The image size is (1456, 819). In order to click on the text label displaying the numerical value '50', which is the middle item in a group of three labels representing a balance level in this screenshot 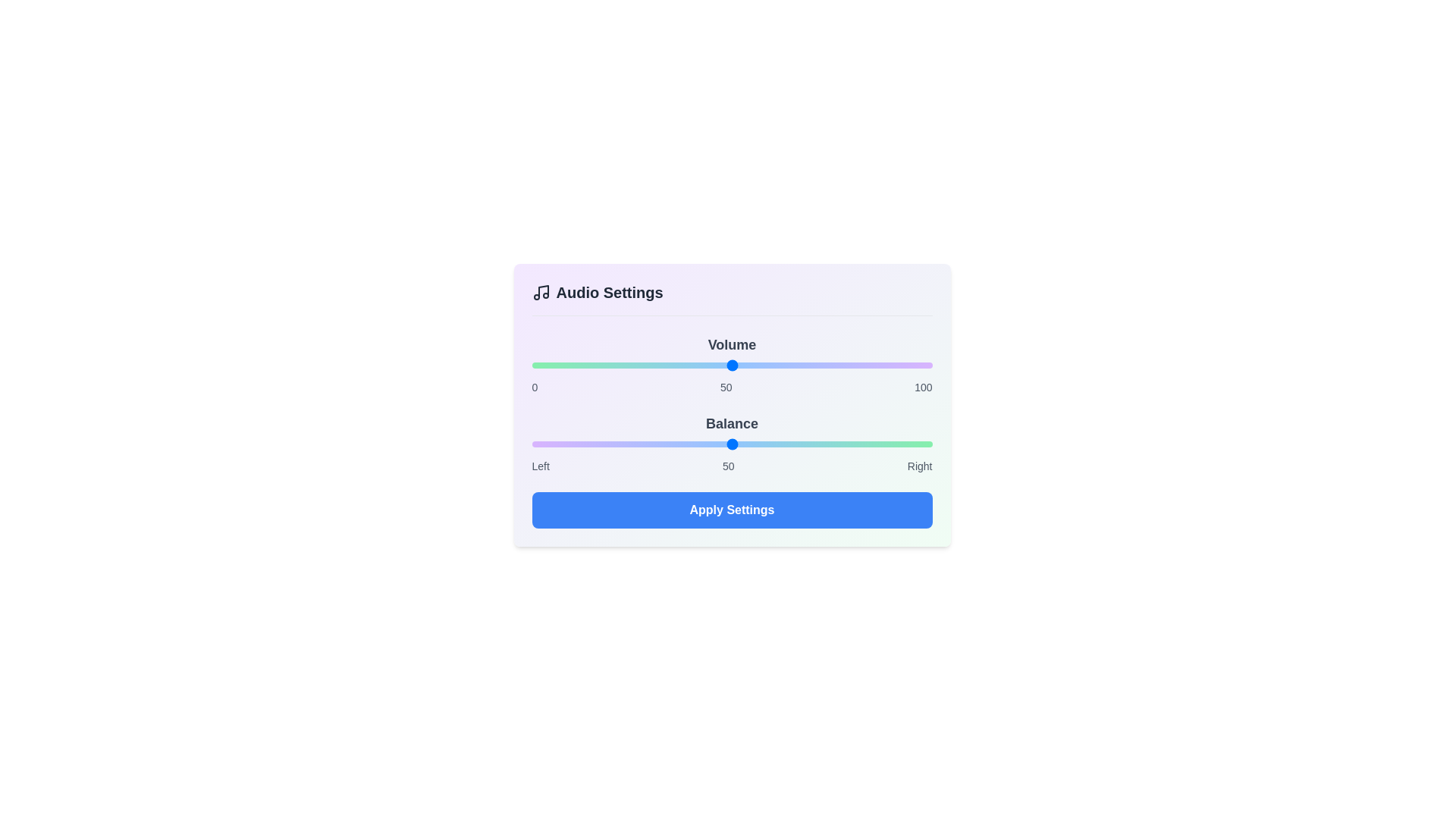, I will do `click(725, 386)`.